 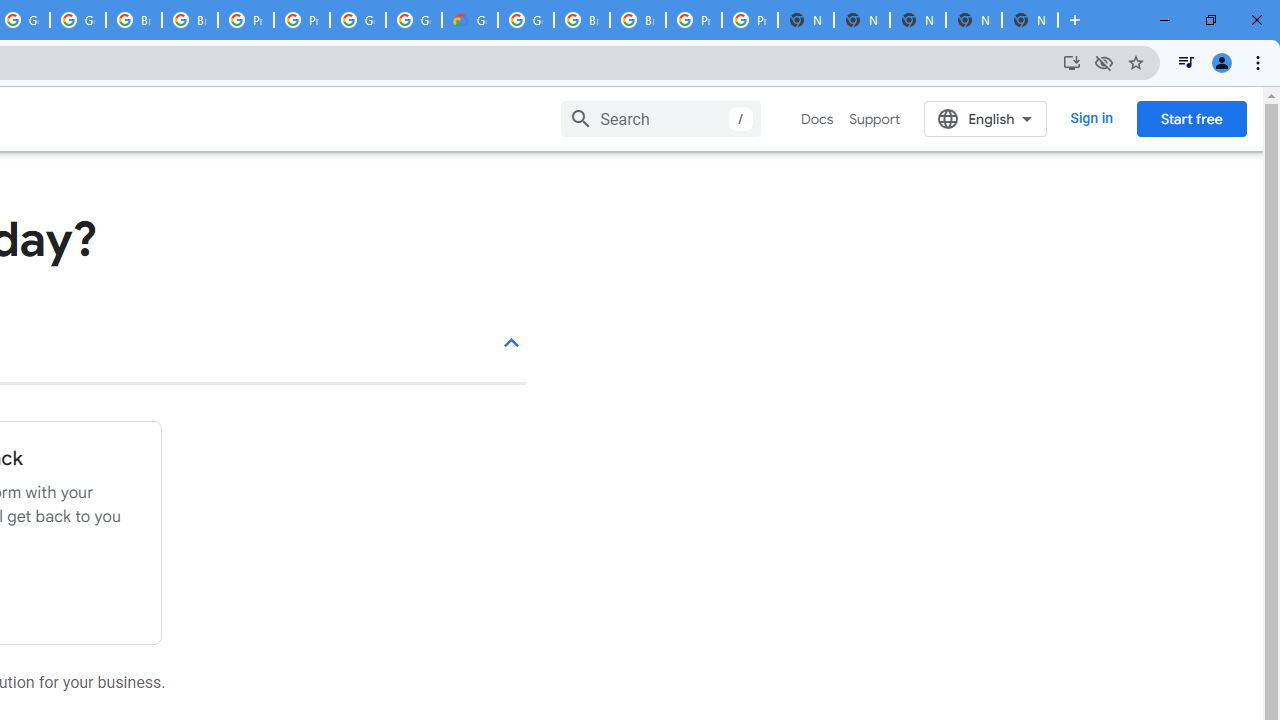 I want to click on 'Sign in', so click(x=1091, y=118).